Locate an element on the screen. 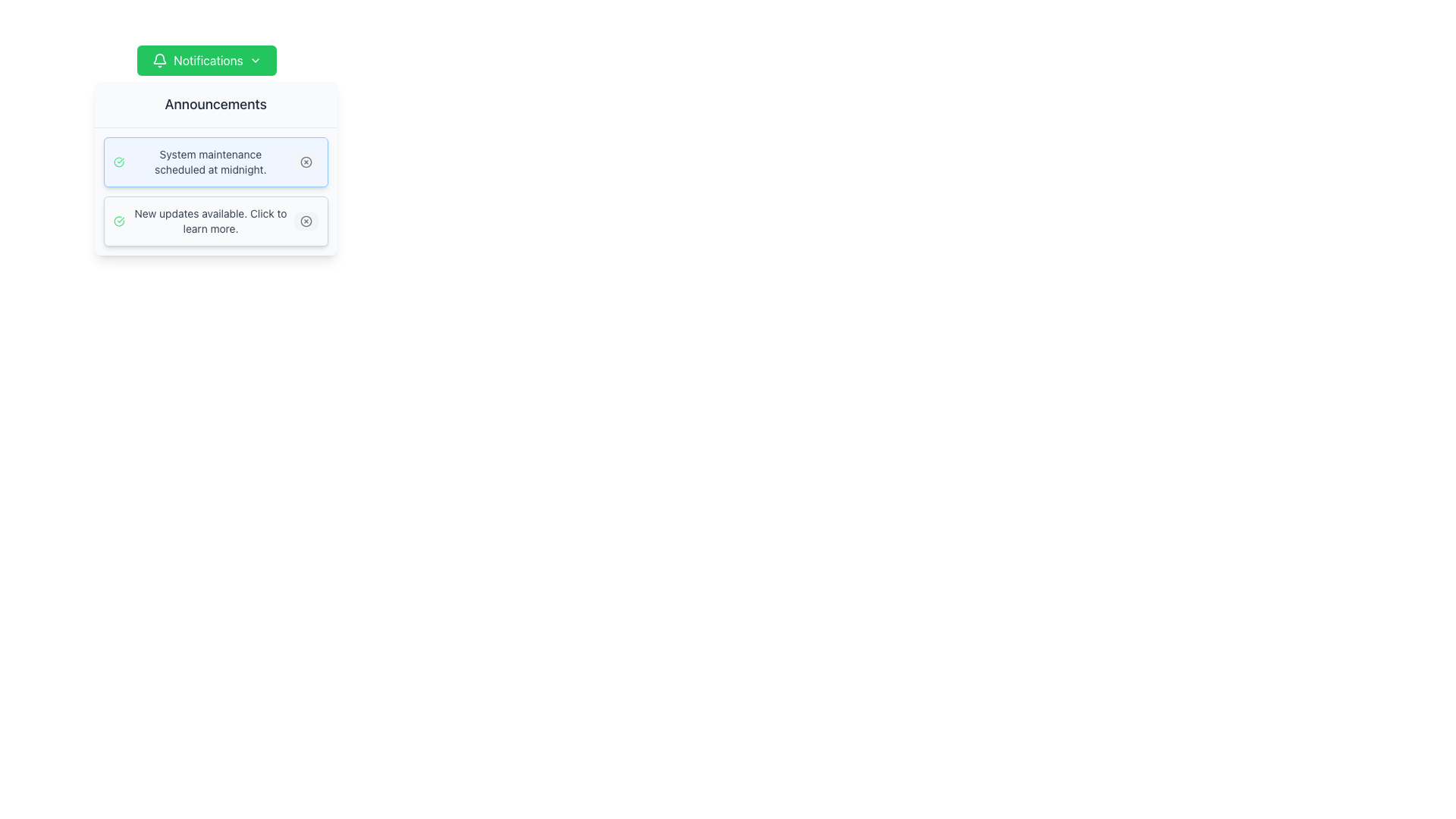 This screenshot has width=1456, height=819. the circular icon with a thin border located inside the second notification item of the 'Announcements' panel is located at coordinates (305, 221).